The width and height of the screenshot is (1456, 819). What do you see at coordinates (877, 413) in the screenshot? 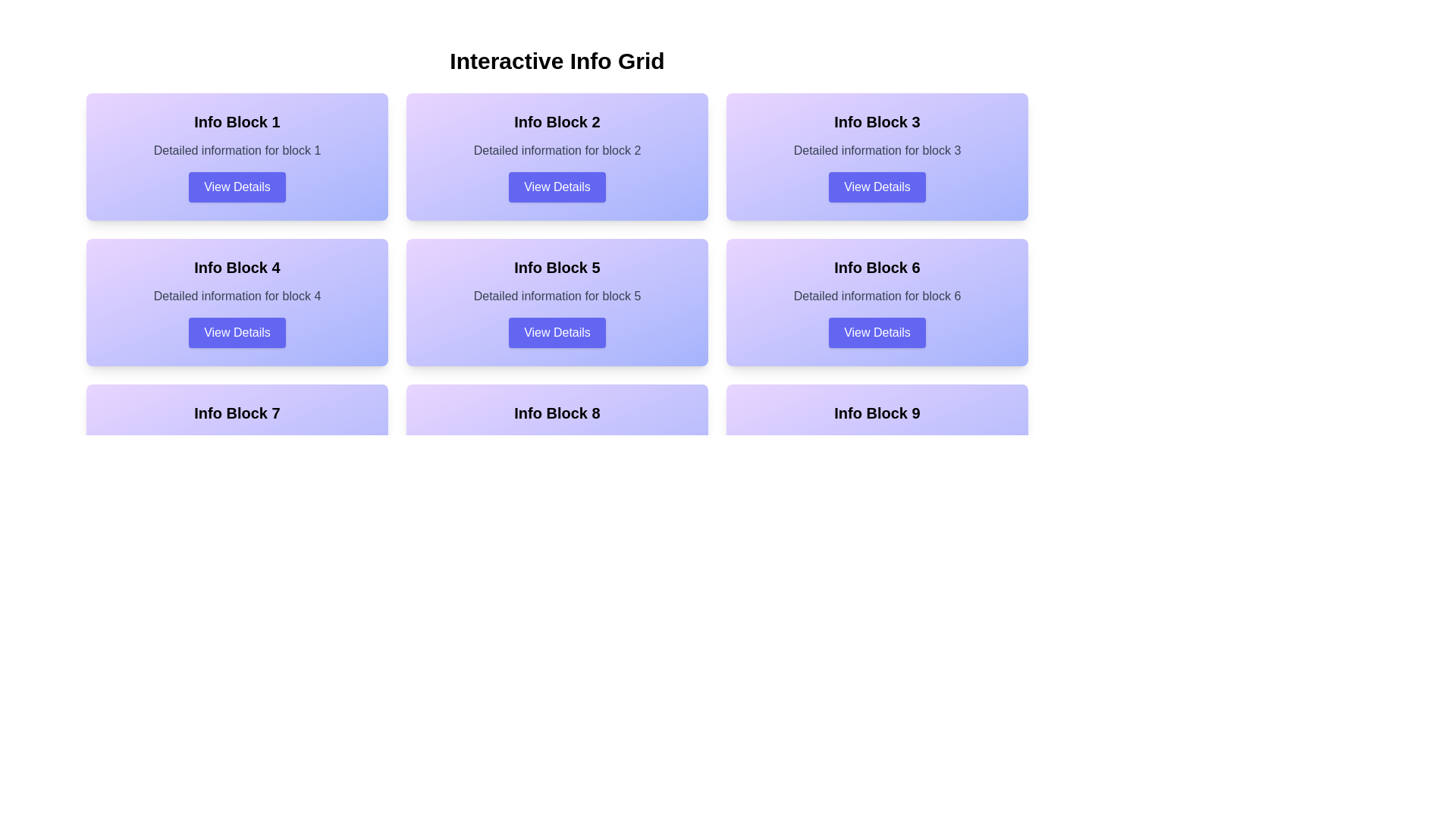
I see `the text label 'Info Block 9' which is styled with a bold font and is positioned at the upper region of its gradient background panel` at bounding box center [877, 413].